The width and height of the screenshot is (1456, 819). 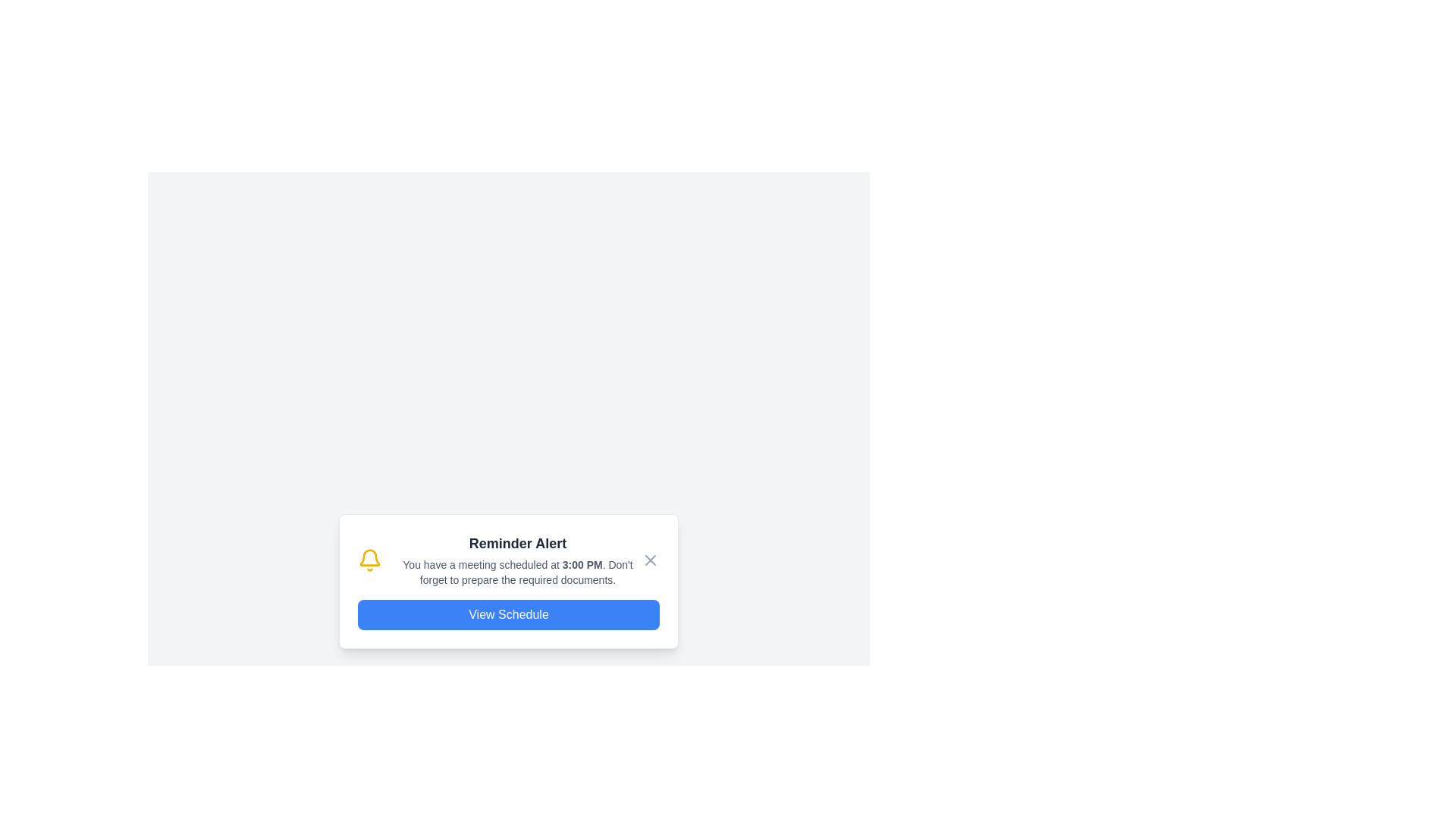 I want to click on the Text Label element, which serves as the title or header of a notification card, located at the top of the card above the paragraph text and the blue button labeled 'View Schedule', so click(x=517, y=543).